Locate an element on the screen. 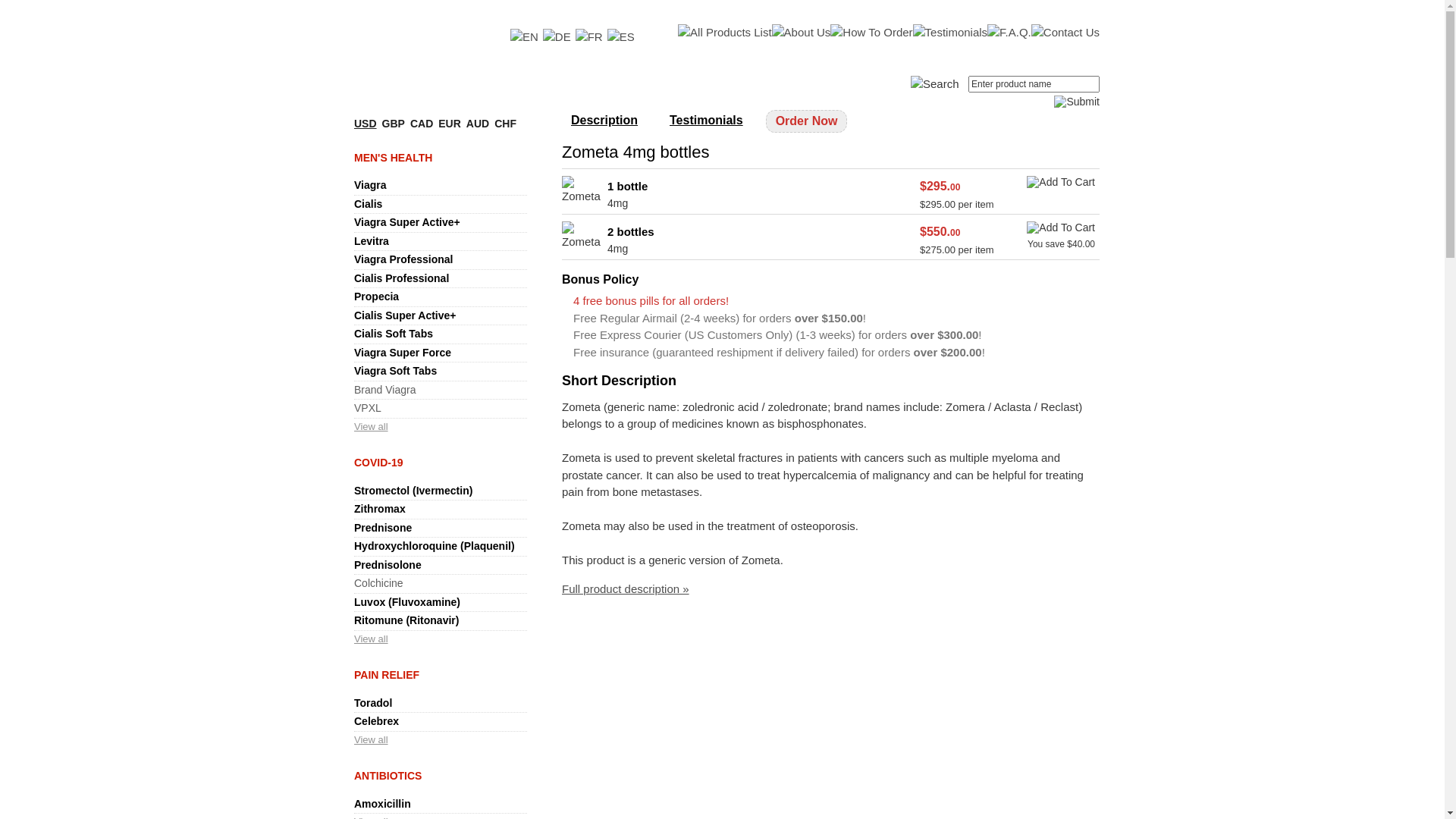  'Colchicine' is located at coordinates (378, 582).